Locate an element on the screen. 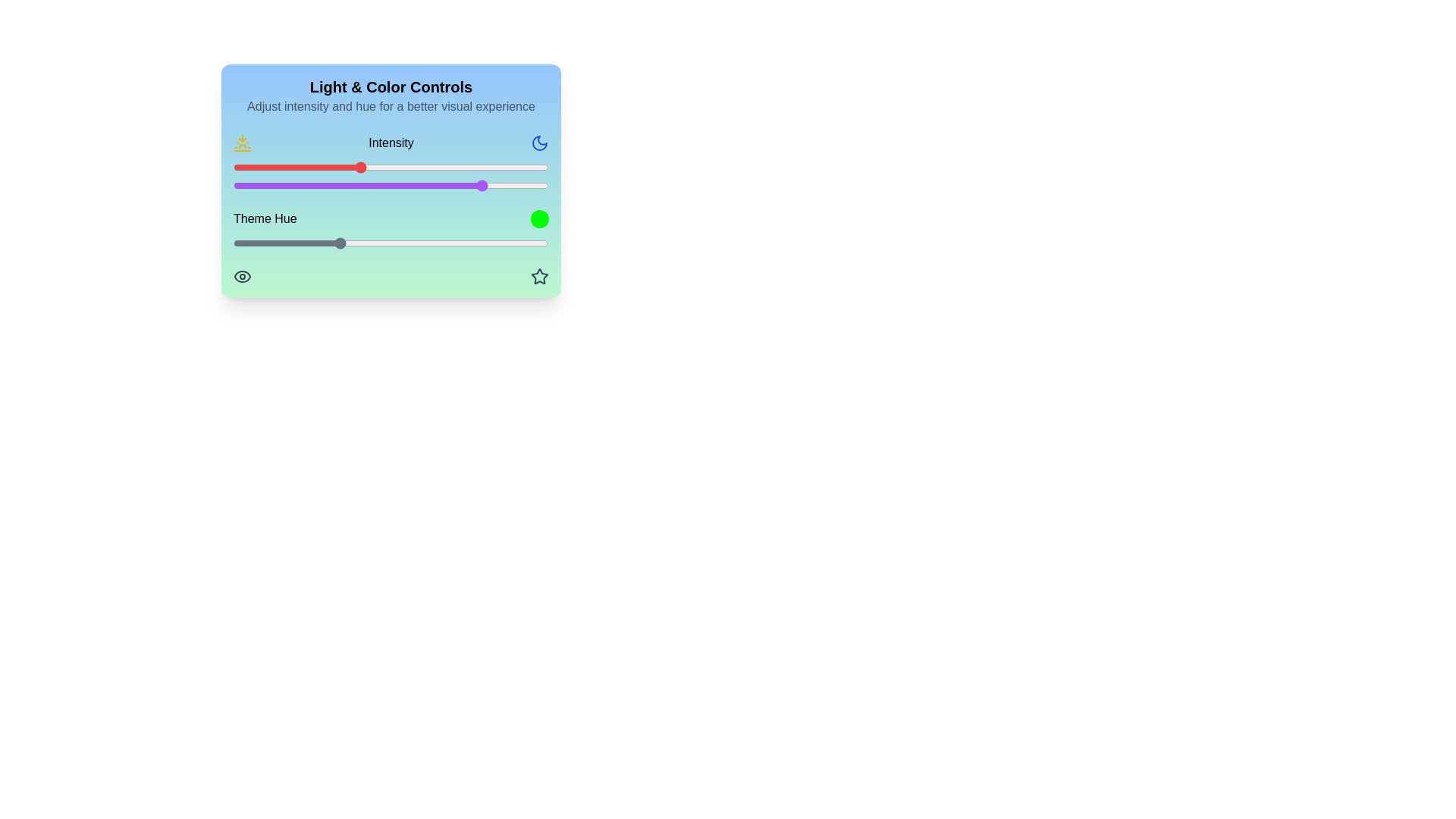  the theme hue is located at coordinates (505, 242).